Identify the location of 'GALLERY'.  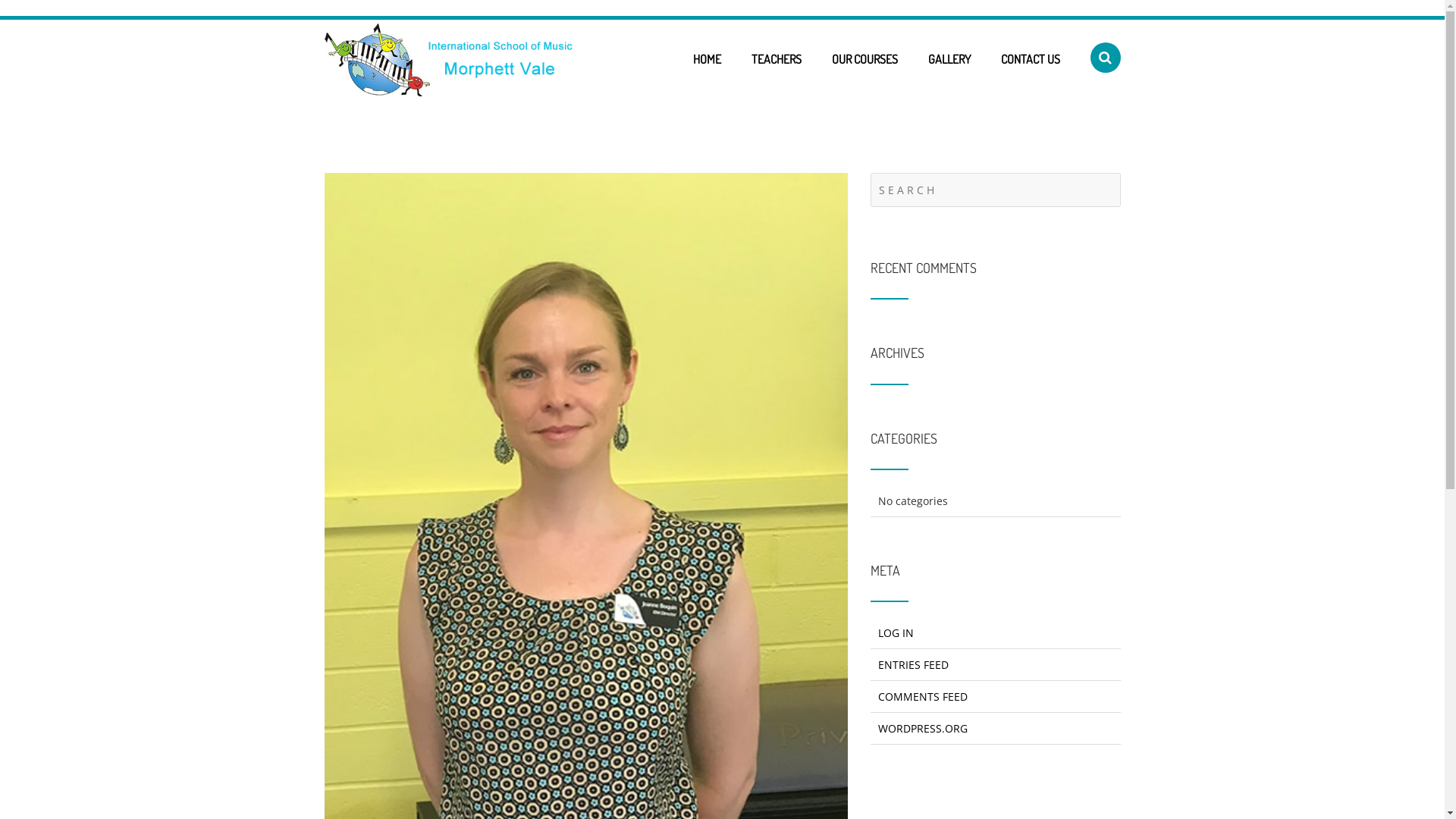
(949, 58).